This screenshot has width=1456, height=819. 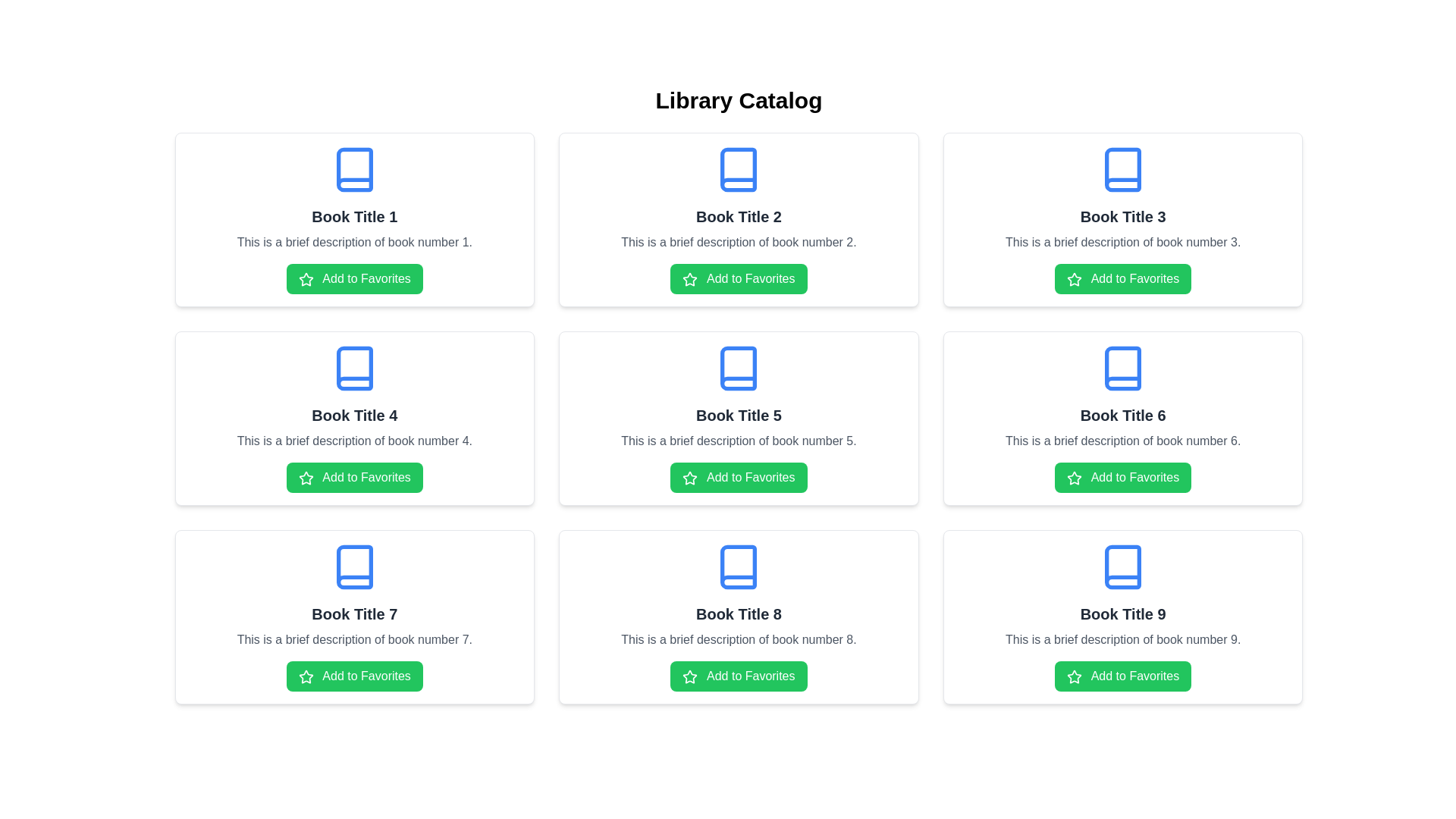 What do you see at coordinates (1123, 441) in the screenshot?
I see `description displayed in the text block that says 'This is a brief description of book number 6.' located below the title 'Book Title 6.'` at bounding box center [1123, 441].